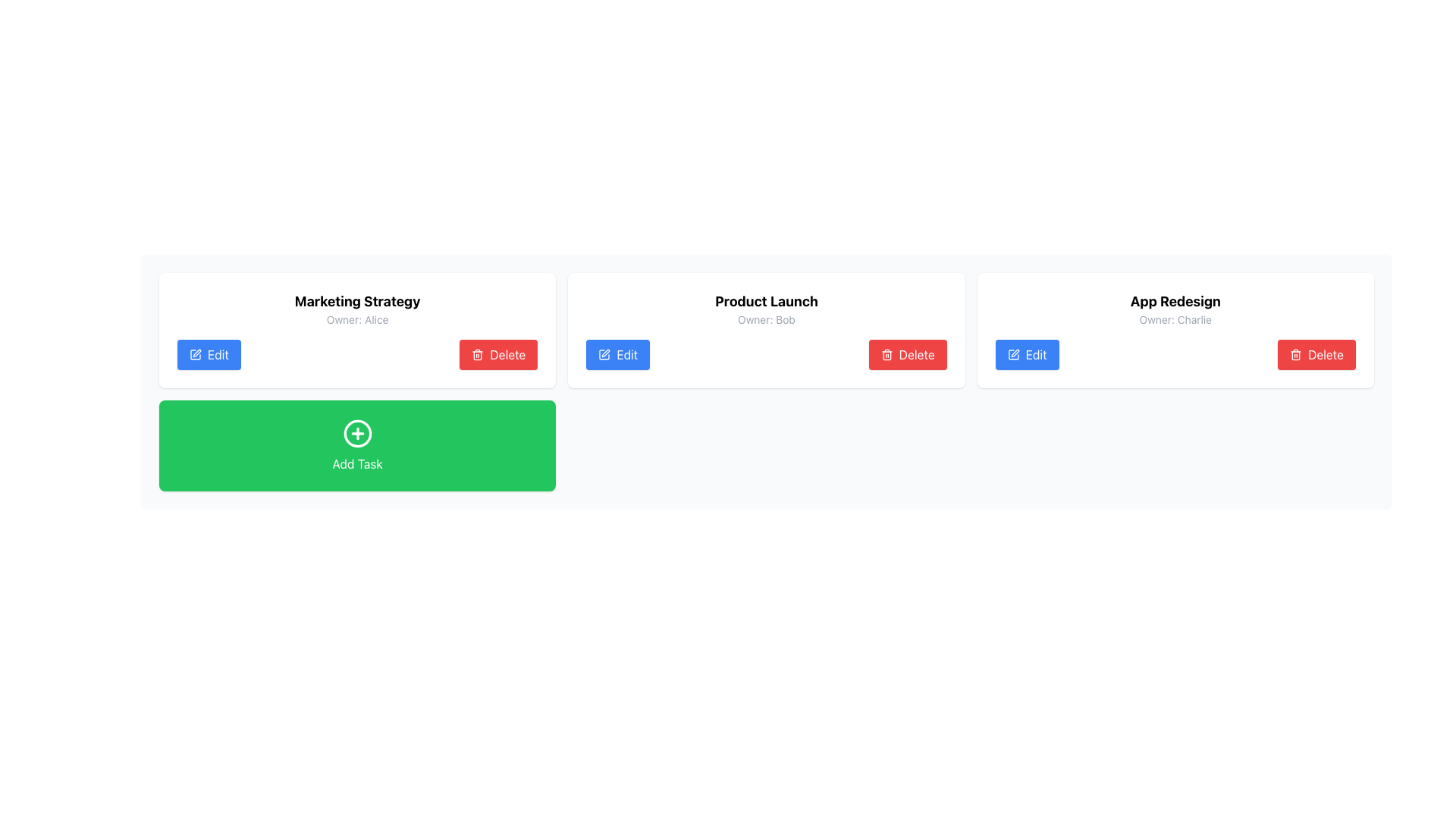  I want to click on the 'Delete' button which contains a small trash icon with a red background and white outlines, located to the left of the 'Delete' text label, so click(1294, 354).